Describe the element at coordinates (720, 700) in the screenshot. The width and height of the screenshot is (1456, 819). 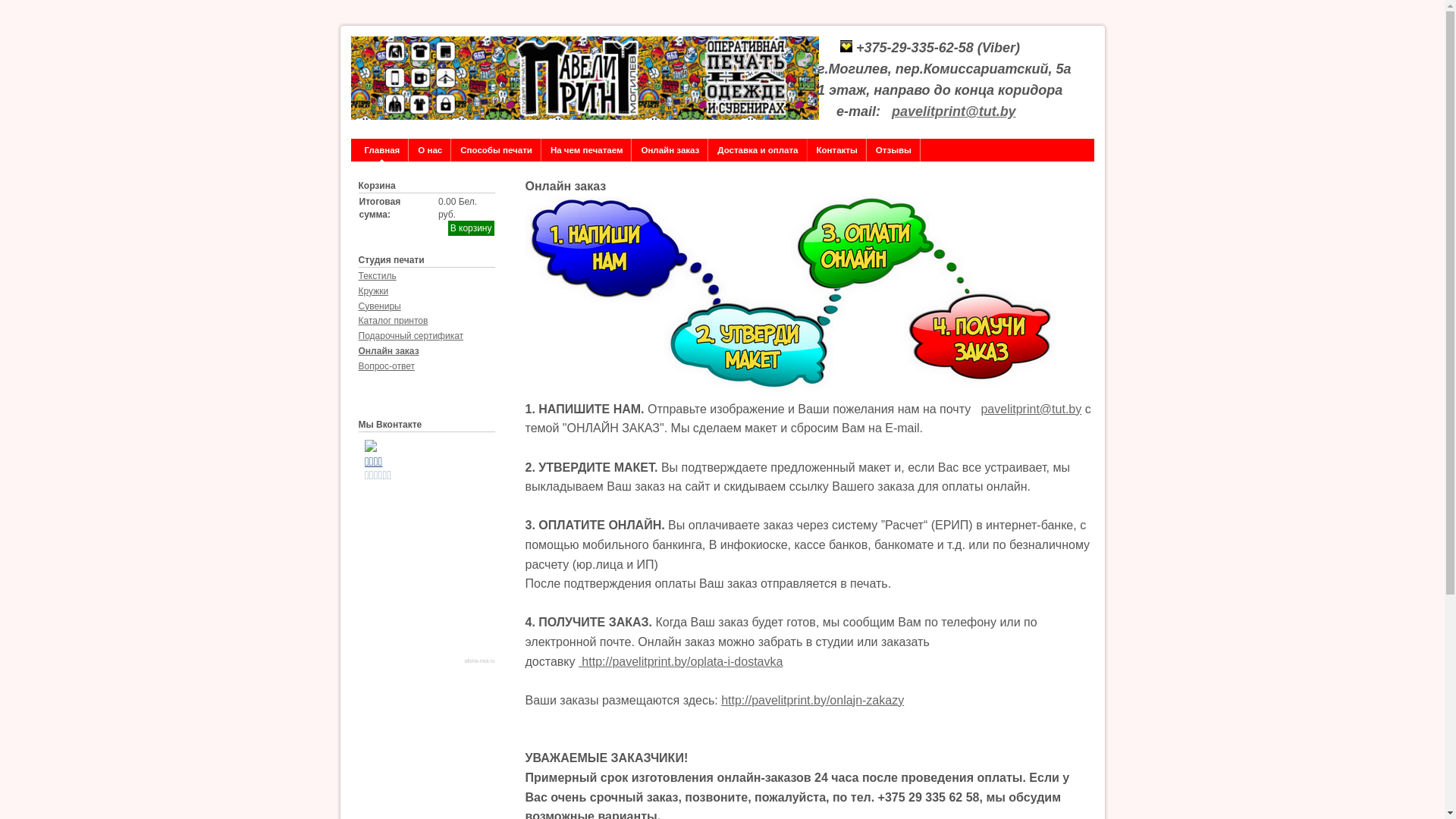
I see `'http://pavelitprint.by/onlajn-zakazy'` at that location.